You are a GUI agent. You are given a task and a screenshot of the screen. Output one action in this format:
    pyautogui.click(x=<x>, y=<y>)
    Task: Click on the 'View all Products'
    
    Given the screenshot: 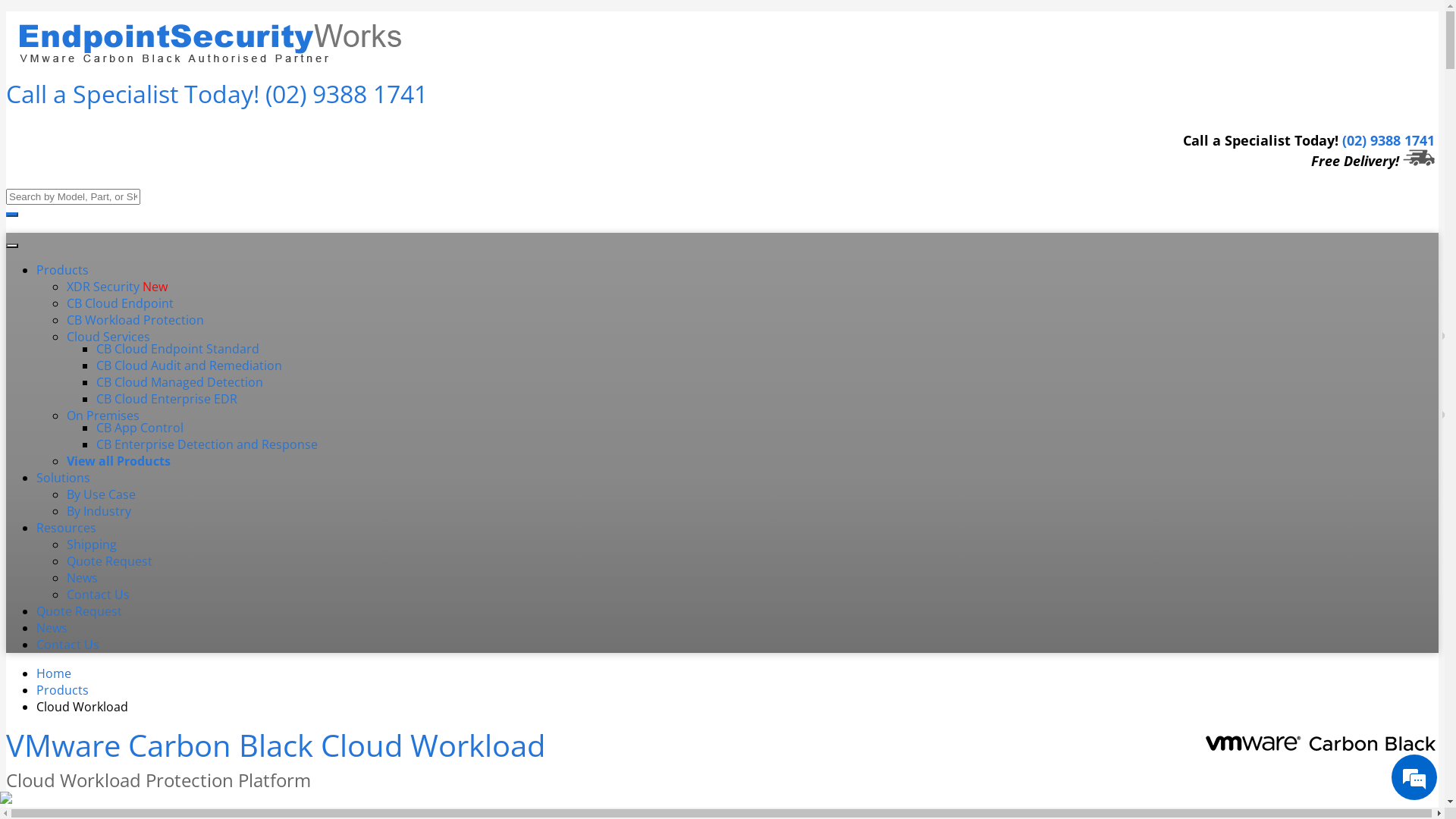 What is the action you would take?
    pyautogui.click(x=65, y=460)
    